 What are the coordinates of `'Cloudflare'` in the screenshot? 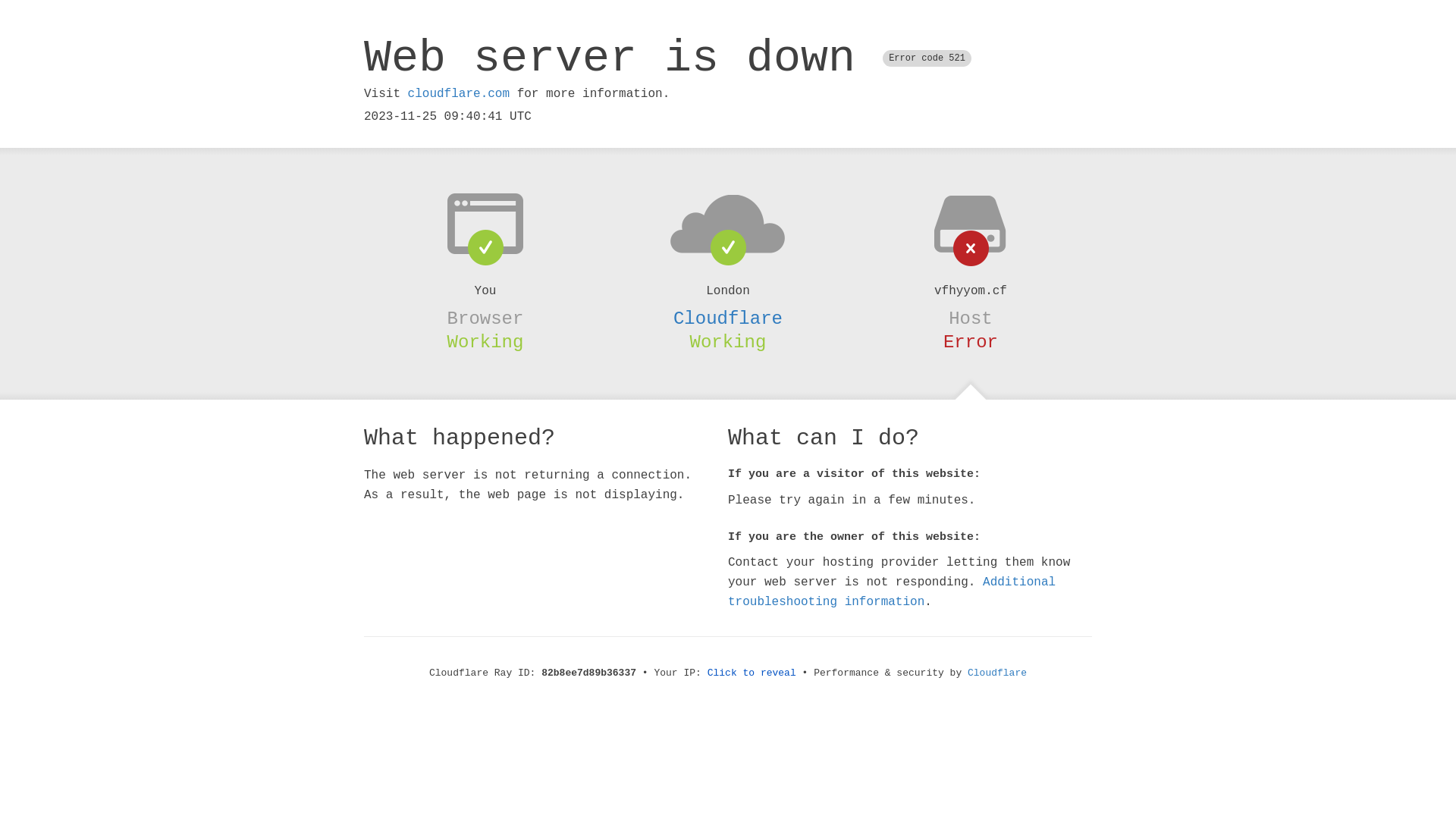 It's located at (728, 318).